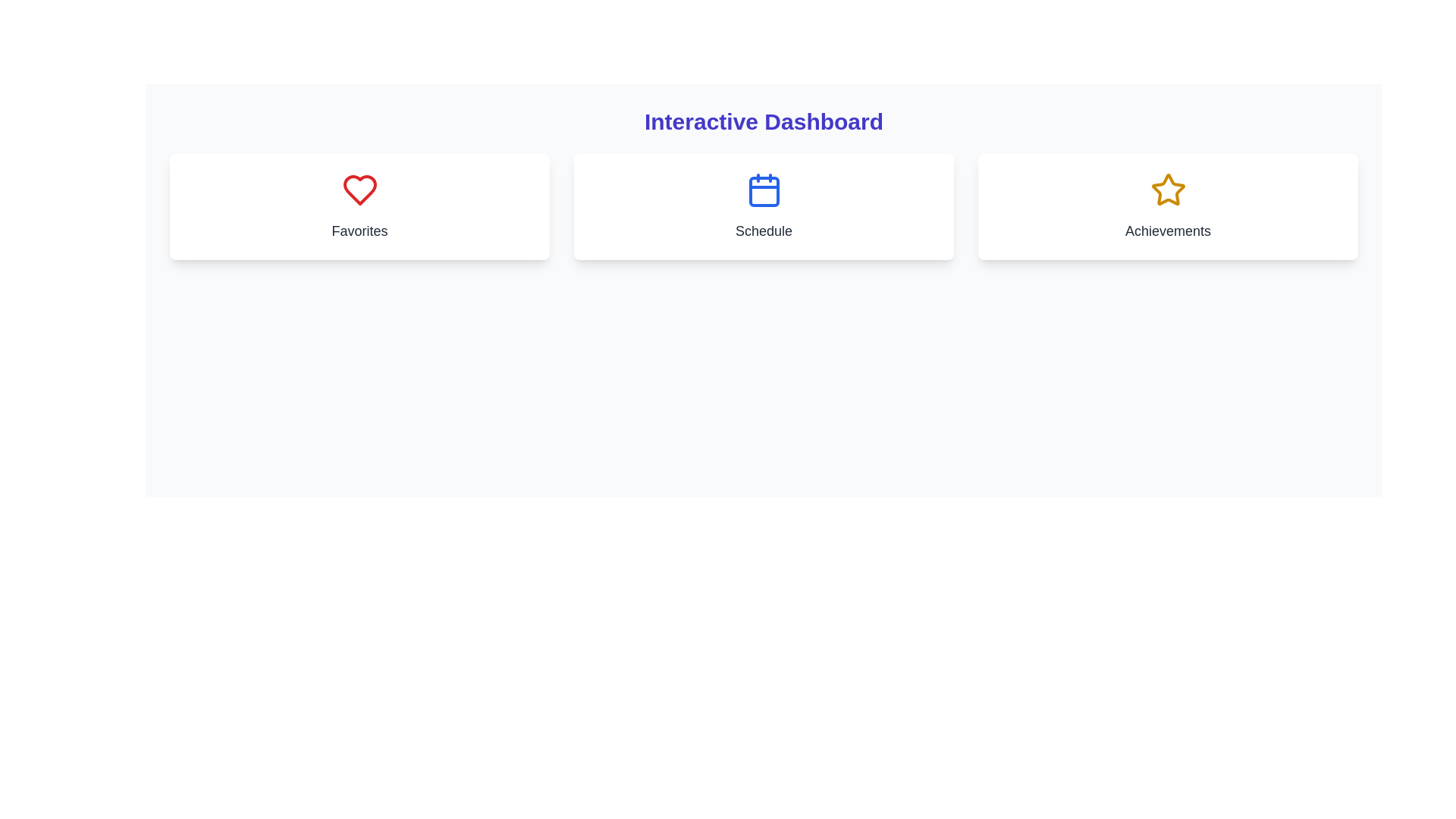  I want to click on the second clickable card in the horizontally aligned set, positioned centrally between the 'Favorites' and 'Achievements' cards, located beneath the title 'Interactive Dashboard', so click(764, 207).